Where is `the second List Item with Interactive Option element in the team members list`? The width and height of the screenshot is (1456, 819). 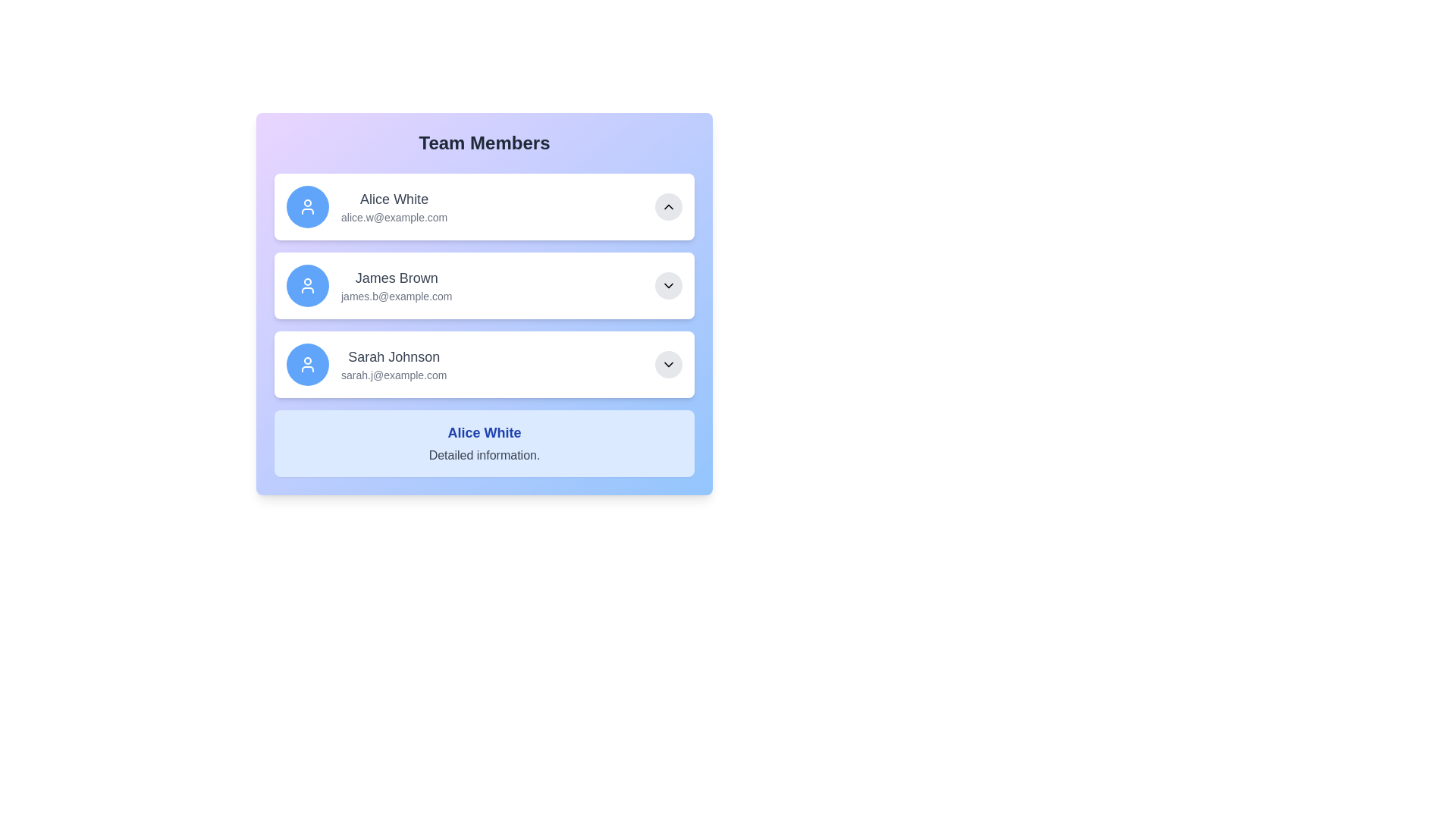
the second List Item with Interactive Option element in the team members list is located at coordinates (483, 286).